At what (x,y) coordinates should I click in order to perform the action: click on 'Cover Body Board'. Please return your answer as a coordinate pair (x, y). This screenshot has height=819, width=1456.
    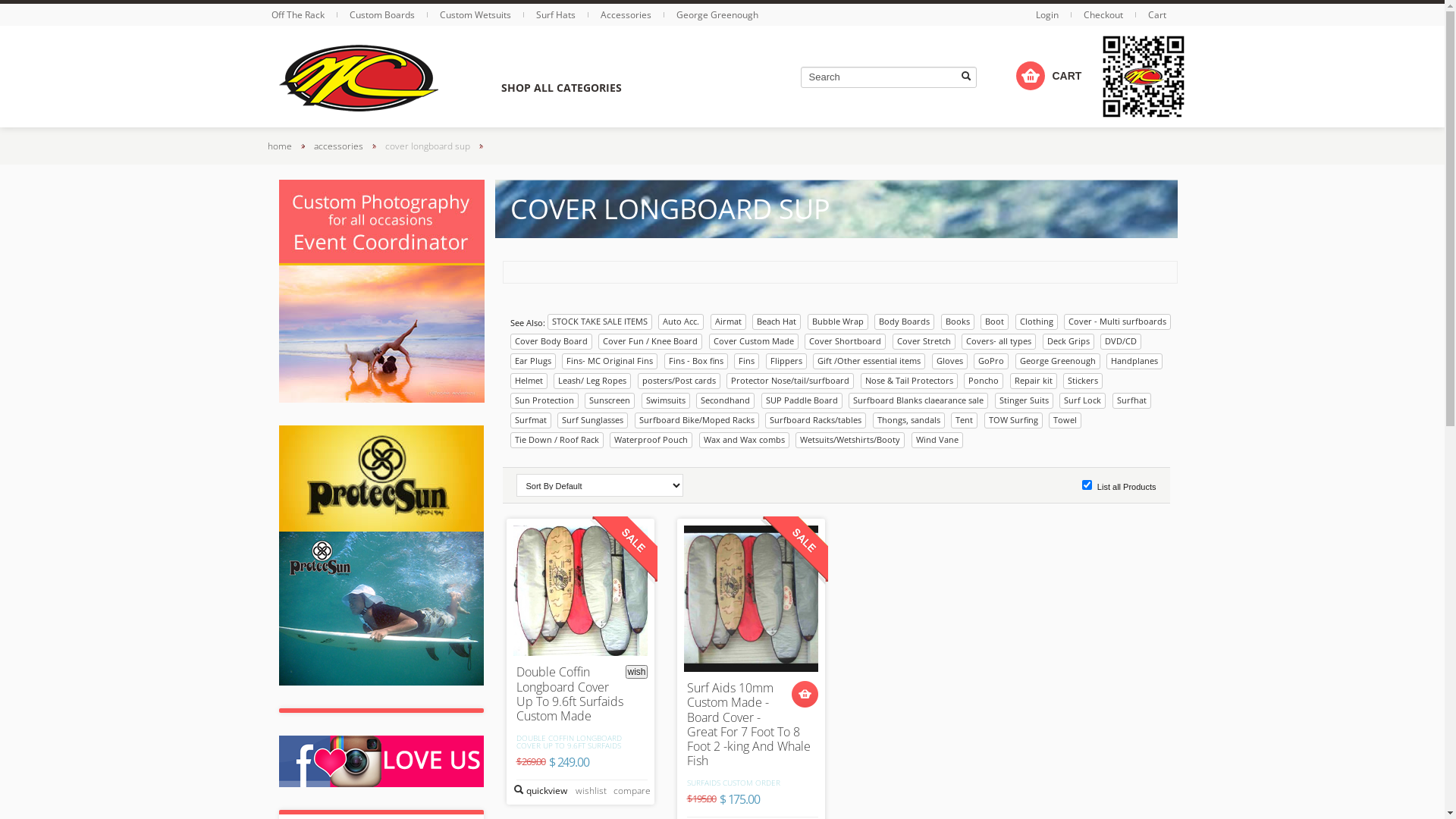
    Looking at the image, I should click on (510, 341).